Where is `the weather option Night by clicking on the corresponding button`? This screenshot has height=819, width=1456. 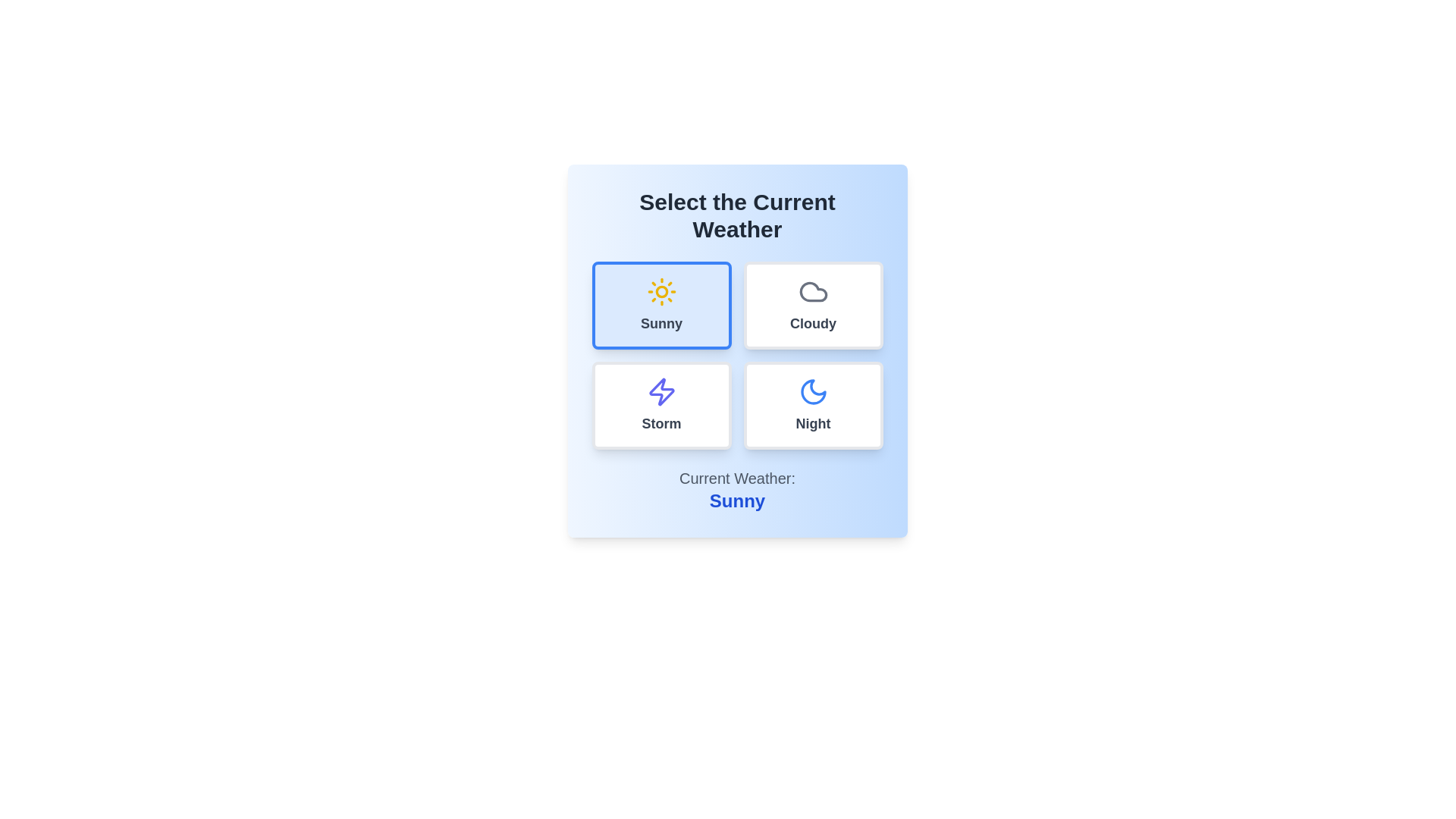 the weather option Night by clicking on the corresponding button is located at coordinates (812, 405).